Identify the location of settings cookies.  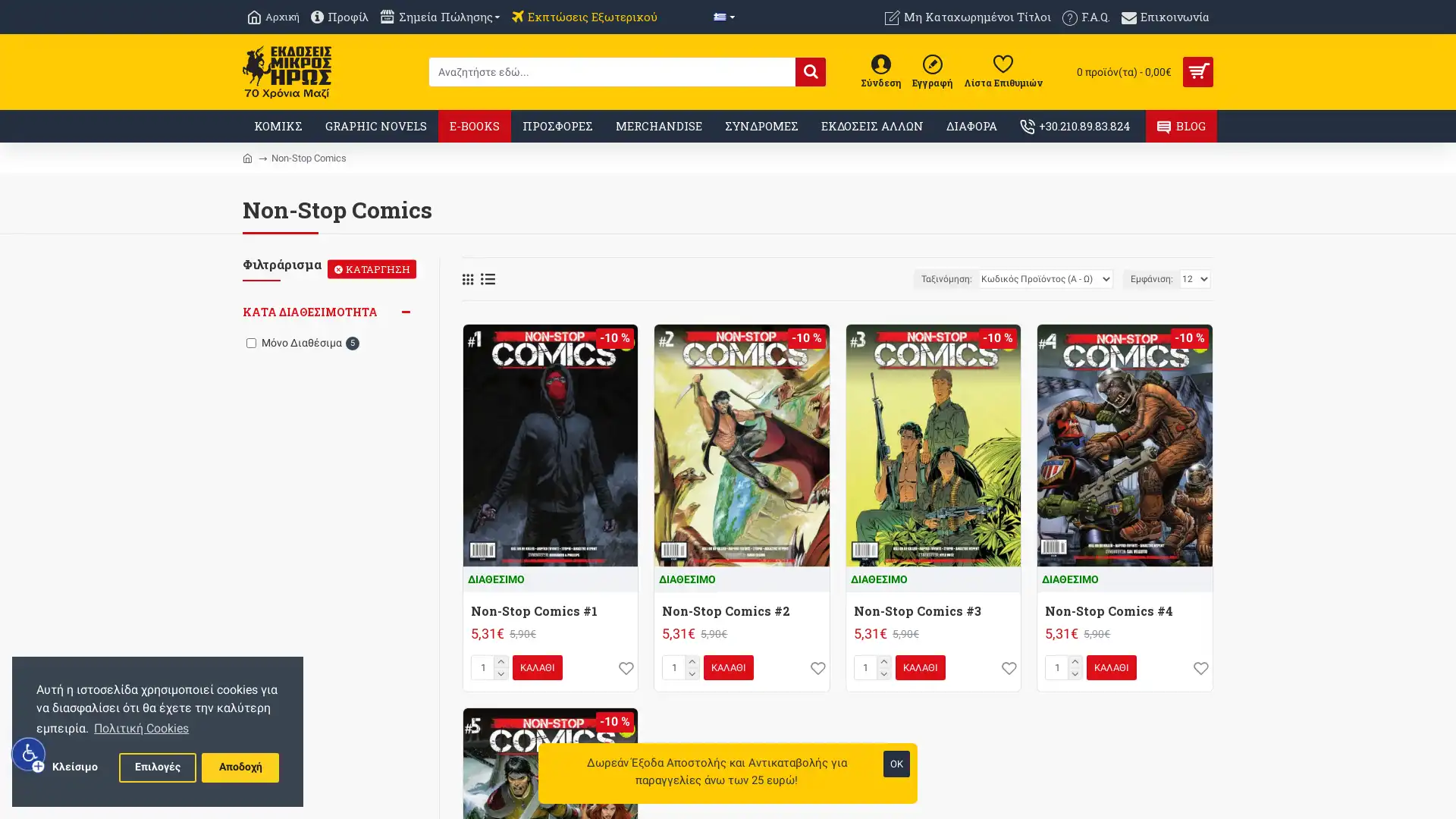
(157, 767).